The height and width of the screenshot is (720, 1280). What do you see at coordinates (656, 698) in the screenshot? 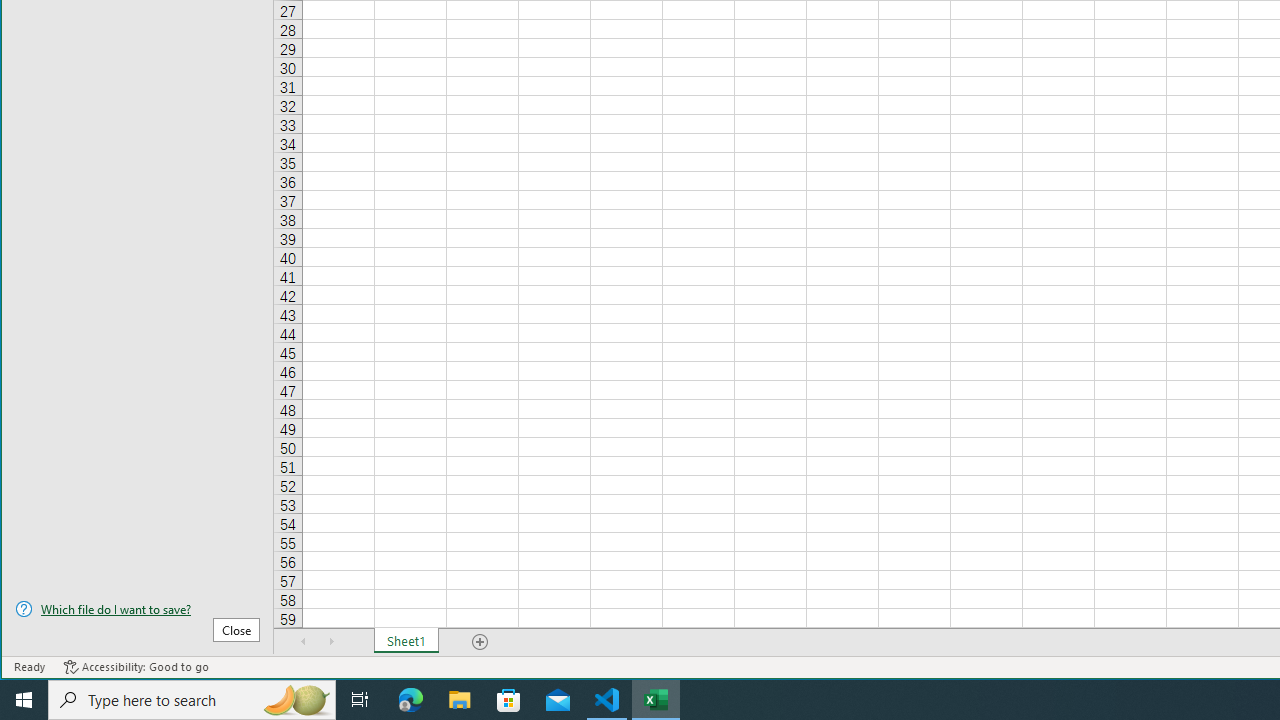
I see `'Excel - 1 running window'` at bounding box center [656, 698].